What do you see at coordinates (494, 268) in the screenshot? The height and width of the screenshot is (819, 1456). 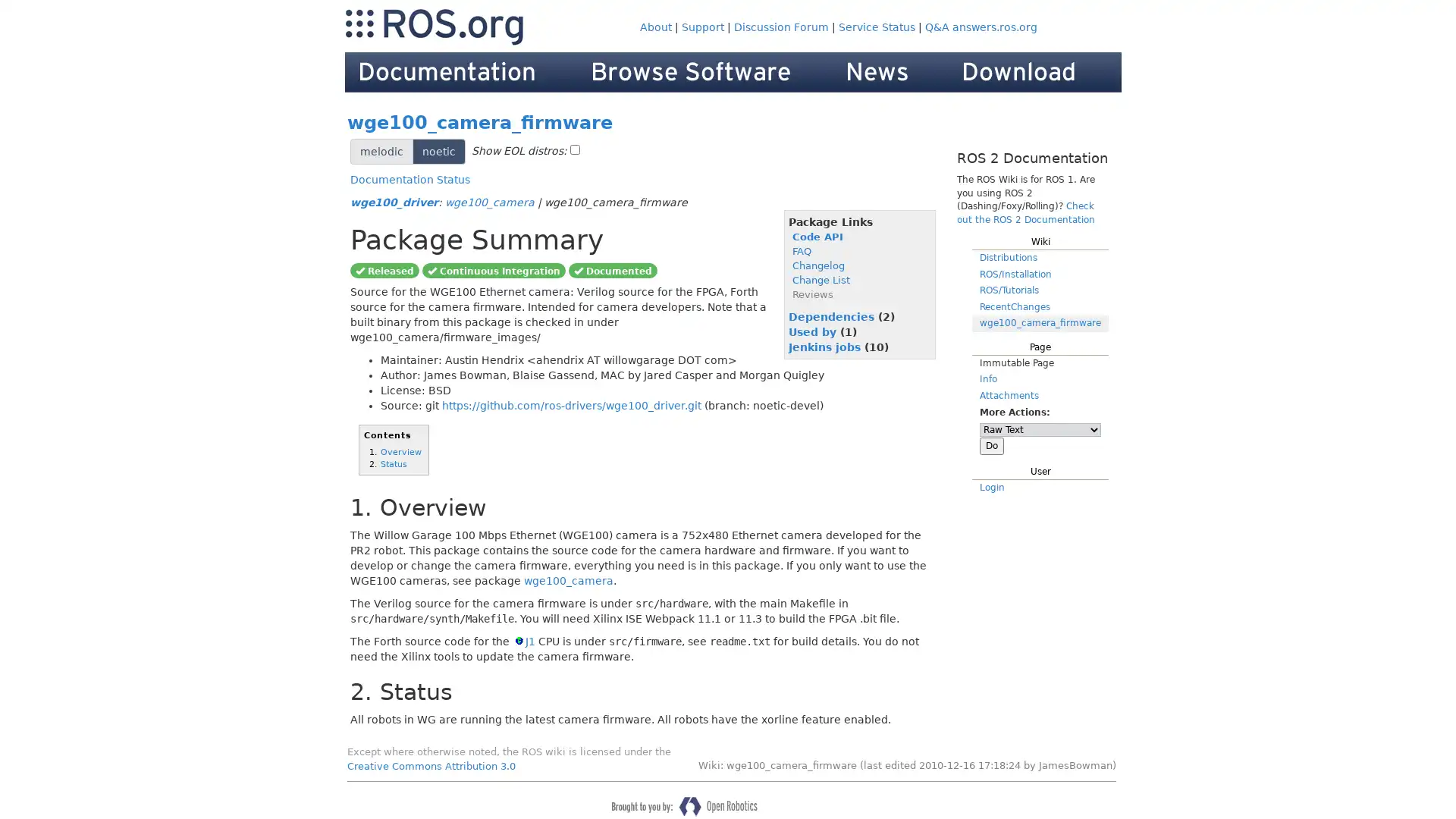 I see `Continuous Integration` at bounding box center [494, 268].